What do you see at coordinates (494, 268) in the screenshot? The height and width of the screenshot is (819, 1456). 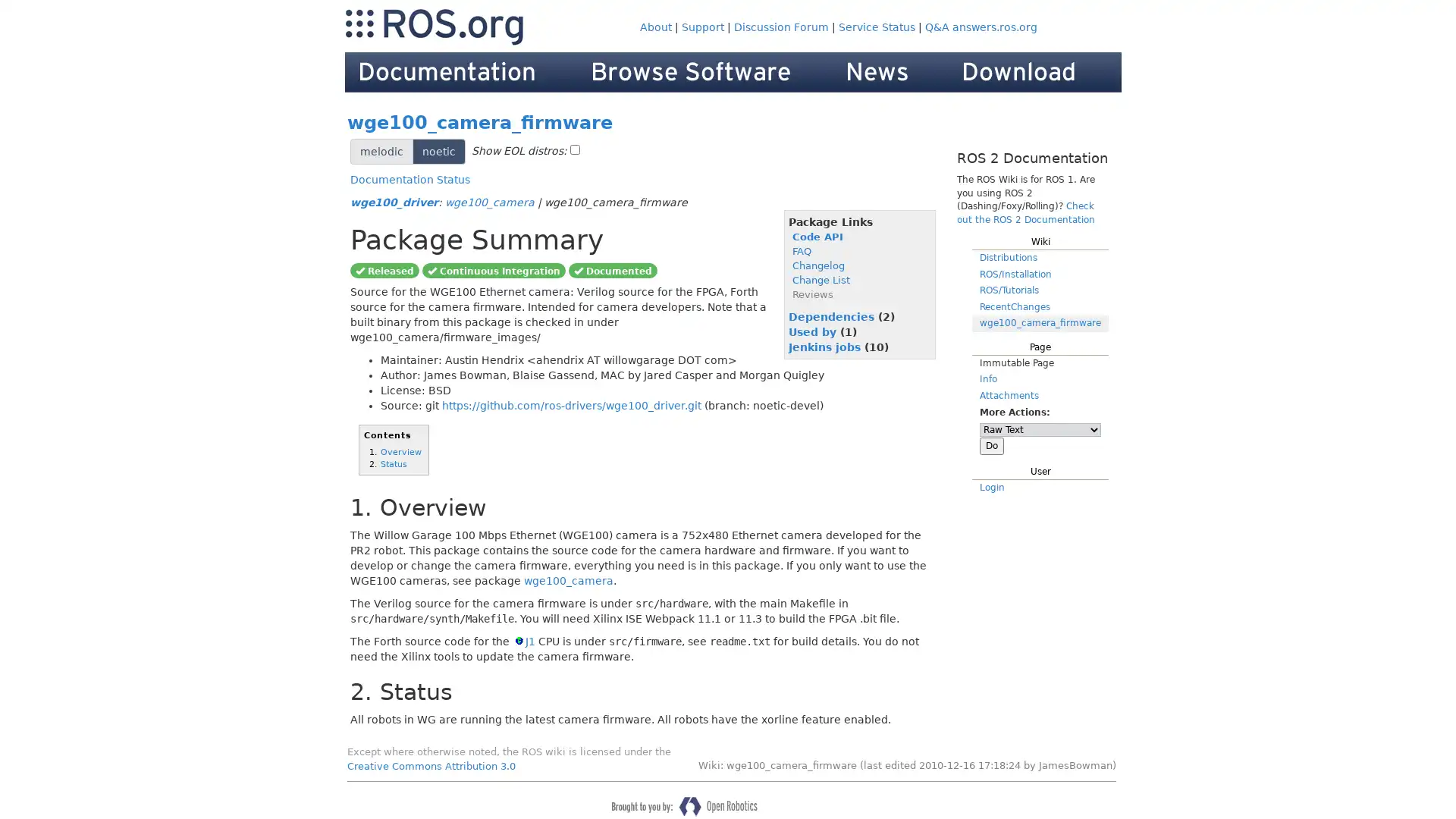 I see `Continuous Integration` at bounding box center [494, 268].